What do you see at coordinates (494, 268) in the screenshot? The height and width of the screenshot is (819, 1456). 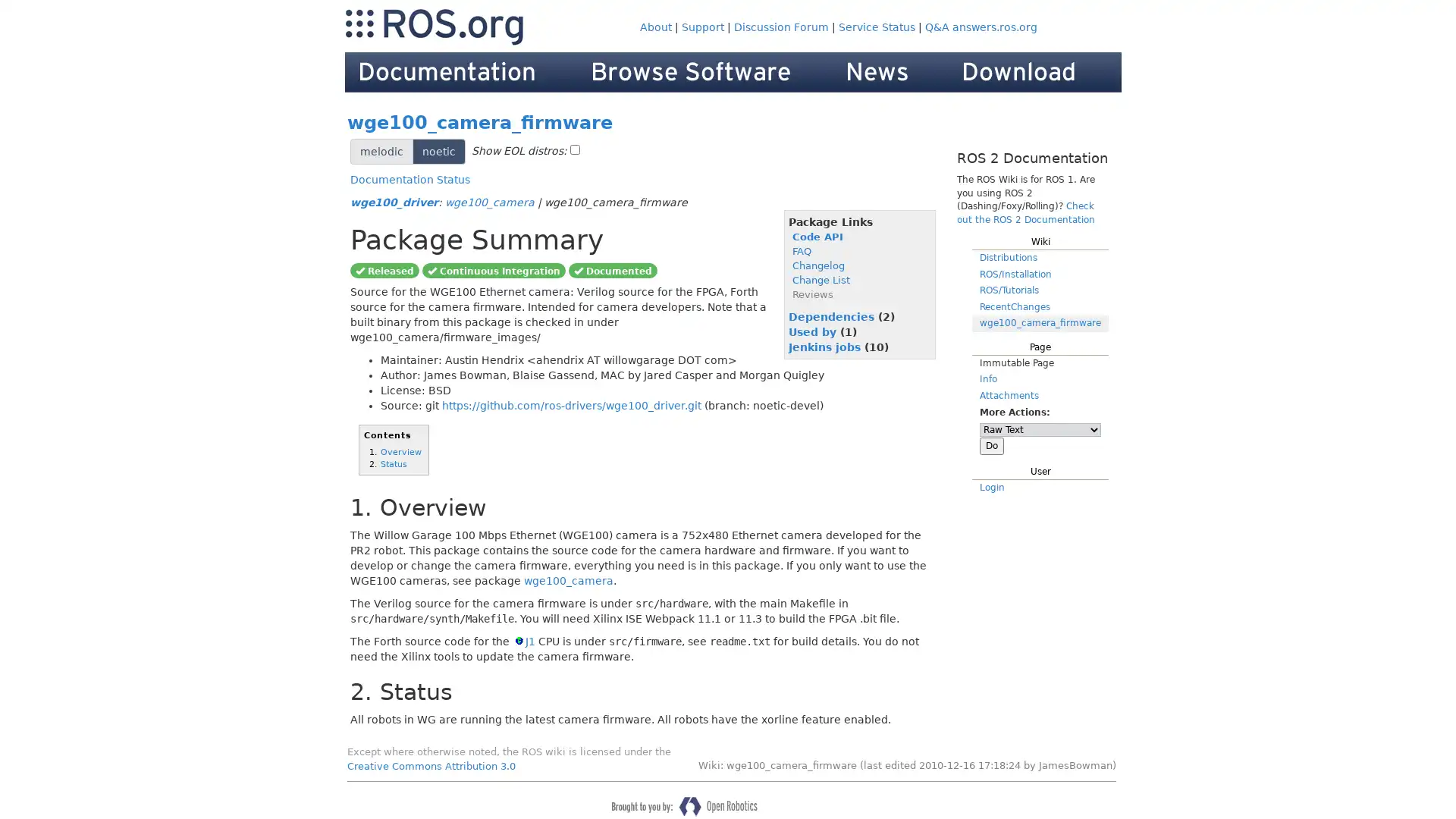 I see `Continuous Integration` at bounding box center [494, 268].